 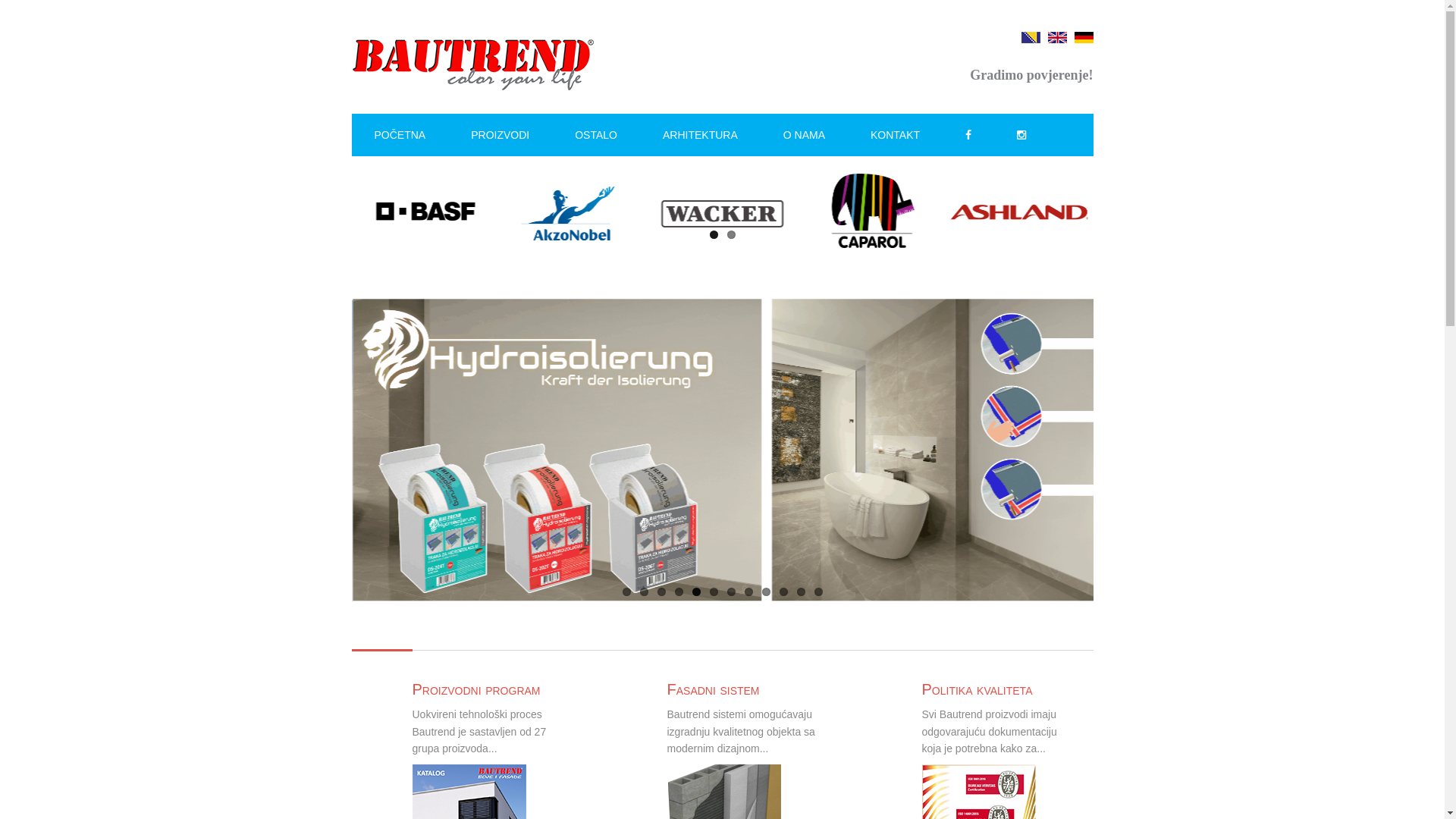 I want to click on 'O NAMA', so click(x=803, y=133).